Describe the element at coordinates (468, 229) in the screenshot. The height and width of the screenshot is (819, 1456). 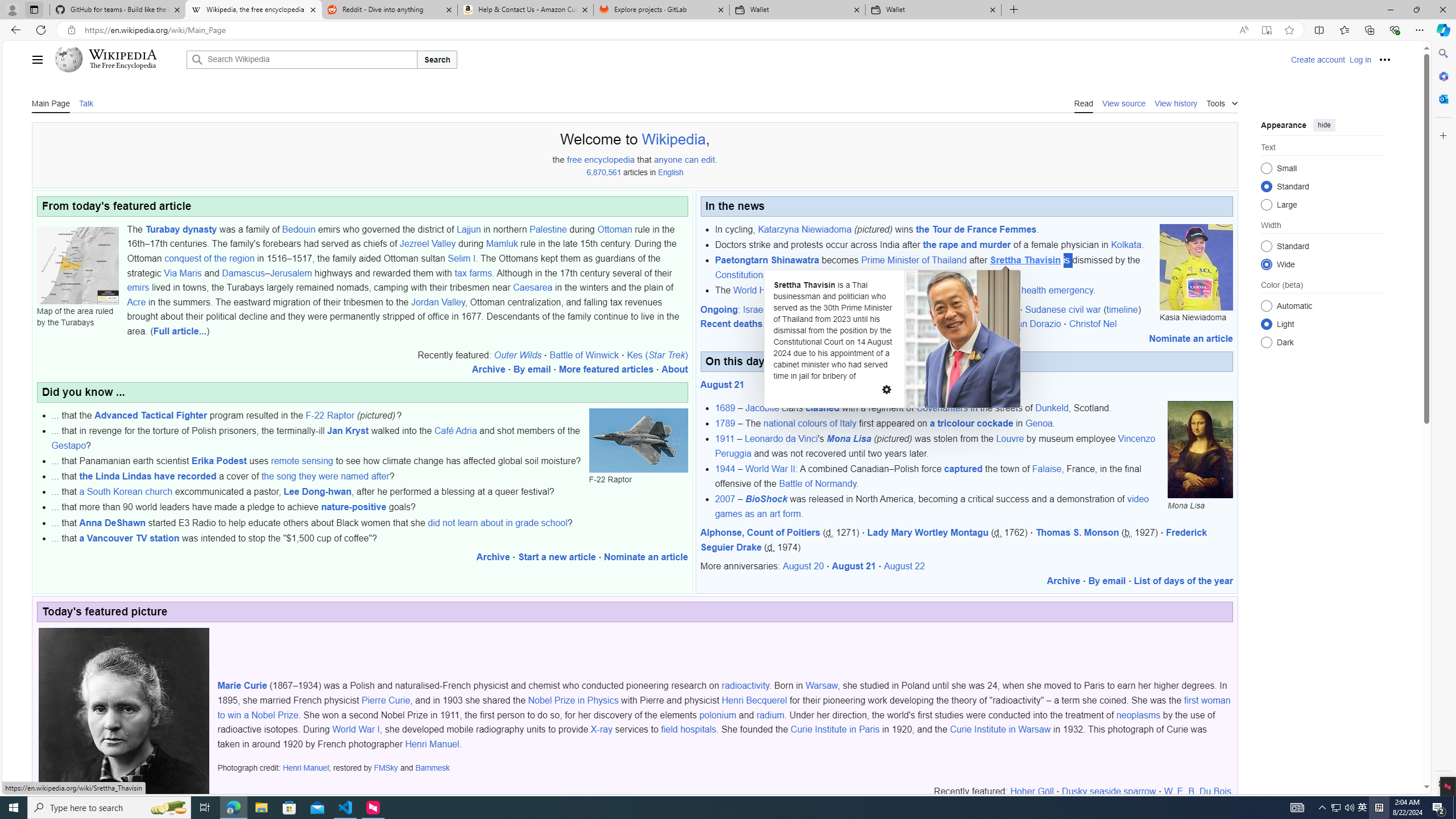
I see `'Lajjun'` at that location.